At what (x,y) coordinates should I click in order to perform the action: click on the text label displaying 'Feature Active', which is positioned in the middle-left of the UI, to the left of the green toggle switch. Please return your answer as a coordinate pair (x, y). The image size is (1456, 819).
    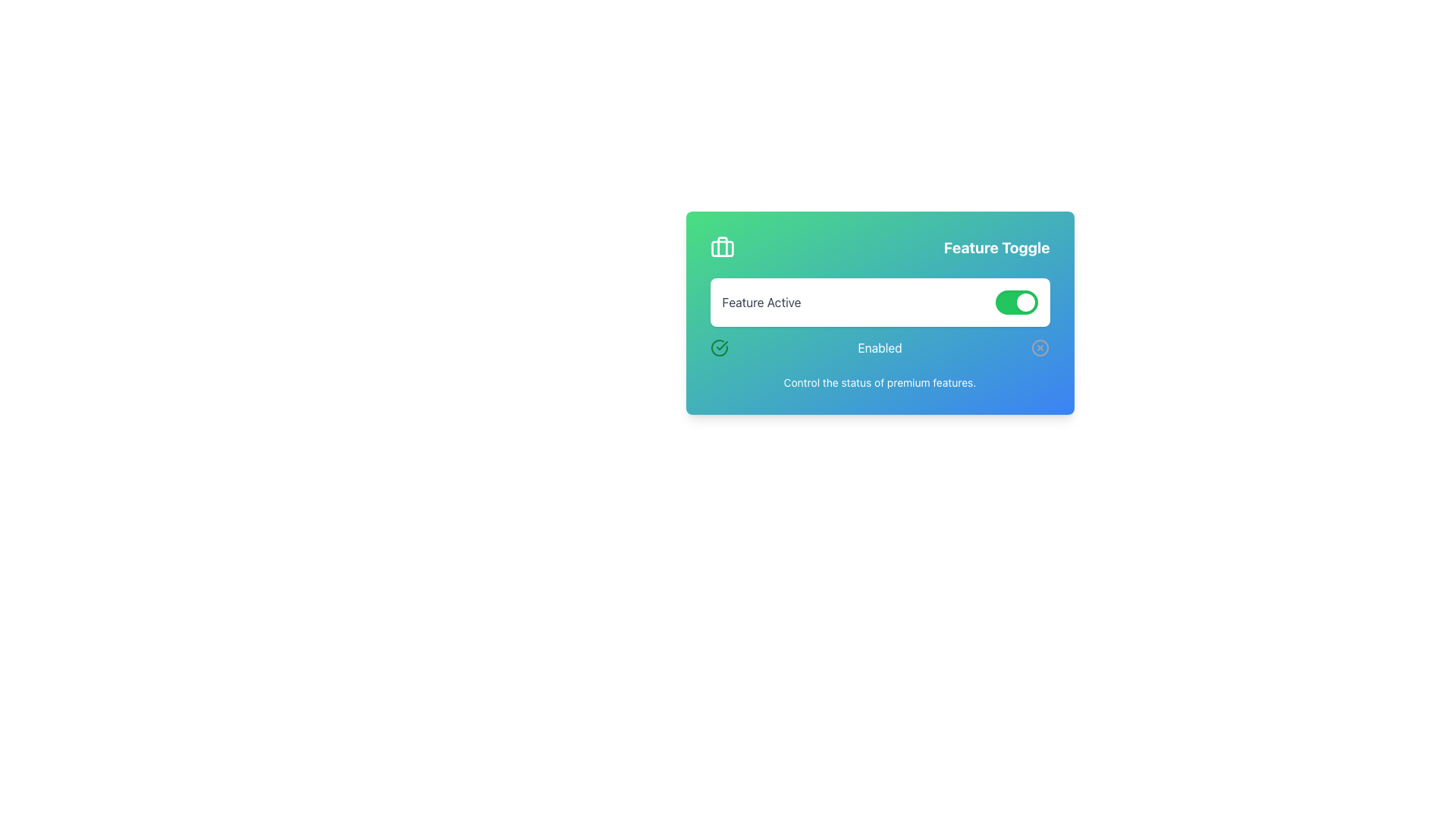
    Looking at the image, I should click on (761, 302).